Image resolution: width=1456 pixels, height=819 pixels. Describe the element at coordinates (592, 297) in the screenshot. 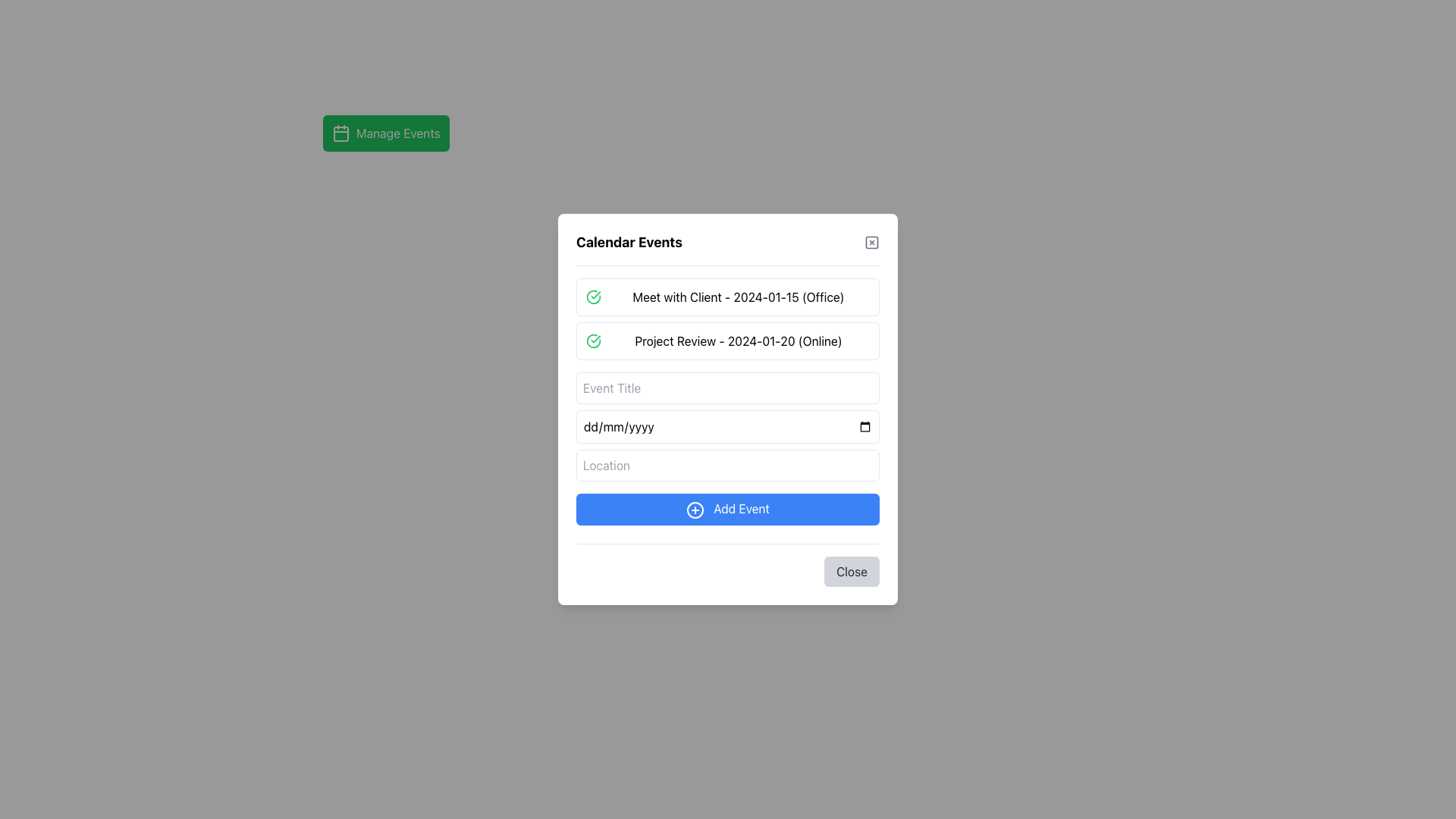

I see `the visual indicator icon confirming the status of the event 'Meet with Client' in the 'Calendar Events' dialog` at that location.